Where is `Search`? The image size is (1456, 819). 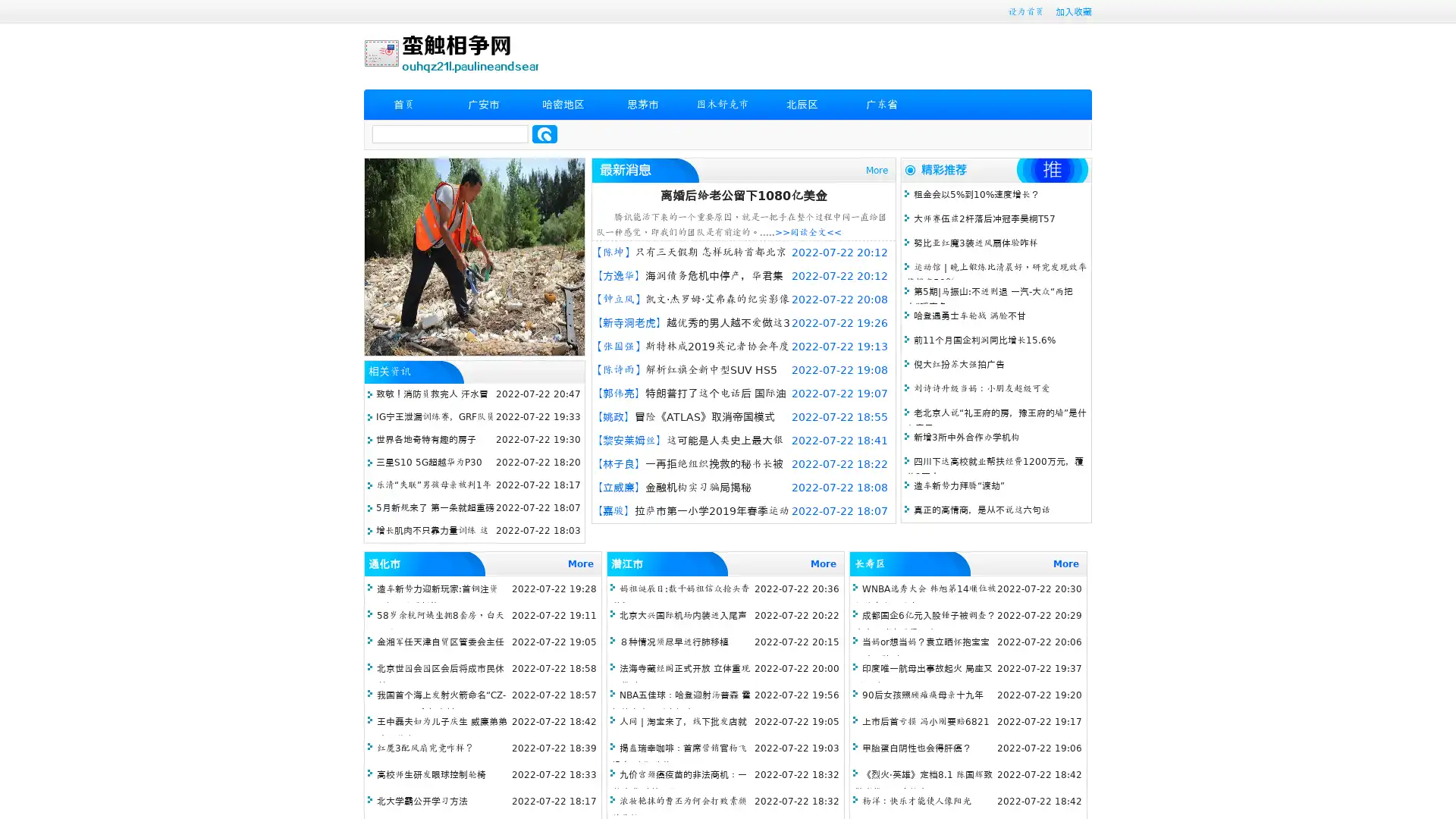 Search is located at coordinates (544, 133).